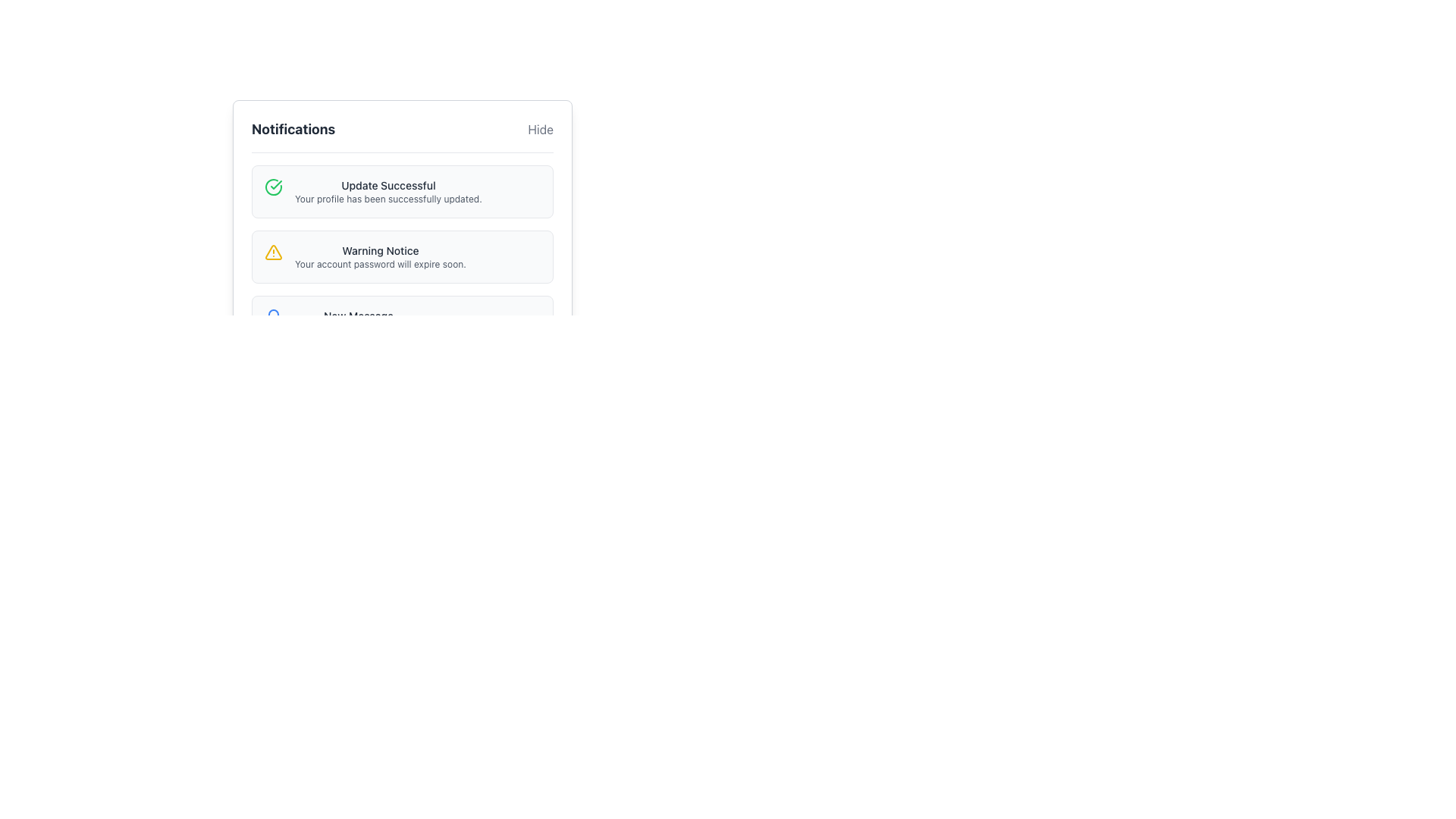  I want to click on the 'Hide' button located to the right of the 'Notifications' title to trigger the hover effect that darkens its color, so click(541, 128).